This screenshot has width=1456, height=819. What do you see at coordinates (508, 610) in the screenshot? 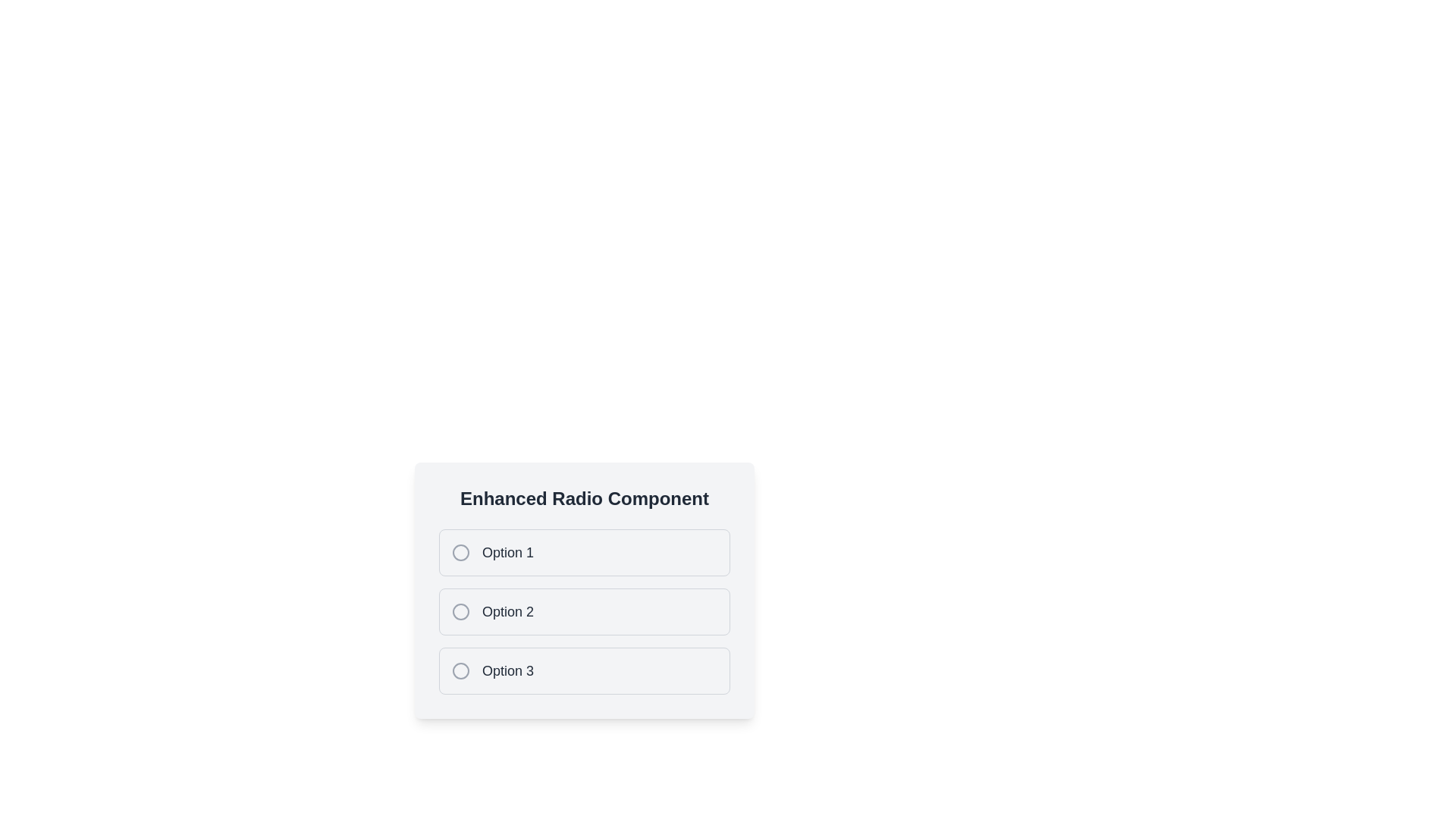
I see `the static text label for the second option in the selectable list, which is positioned to the right of a circular radio button icon` at bounding box center [508, 610].